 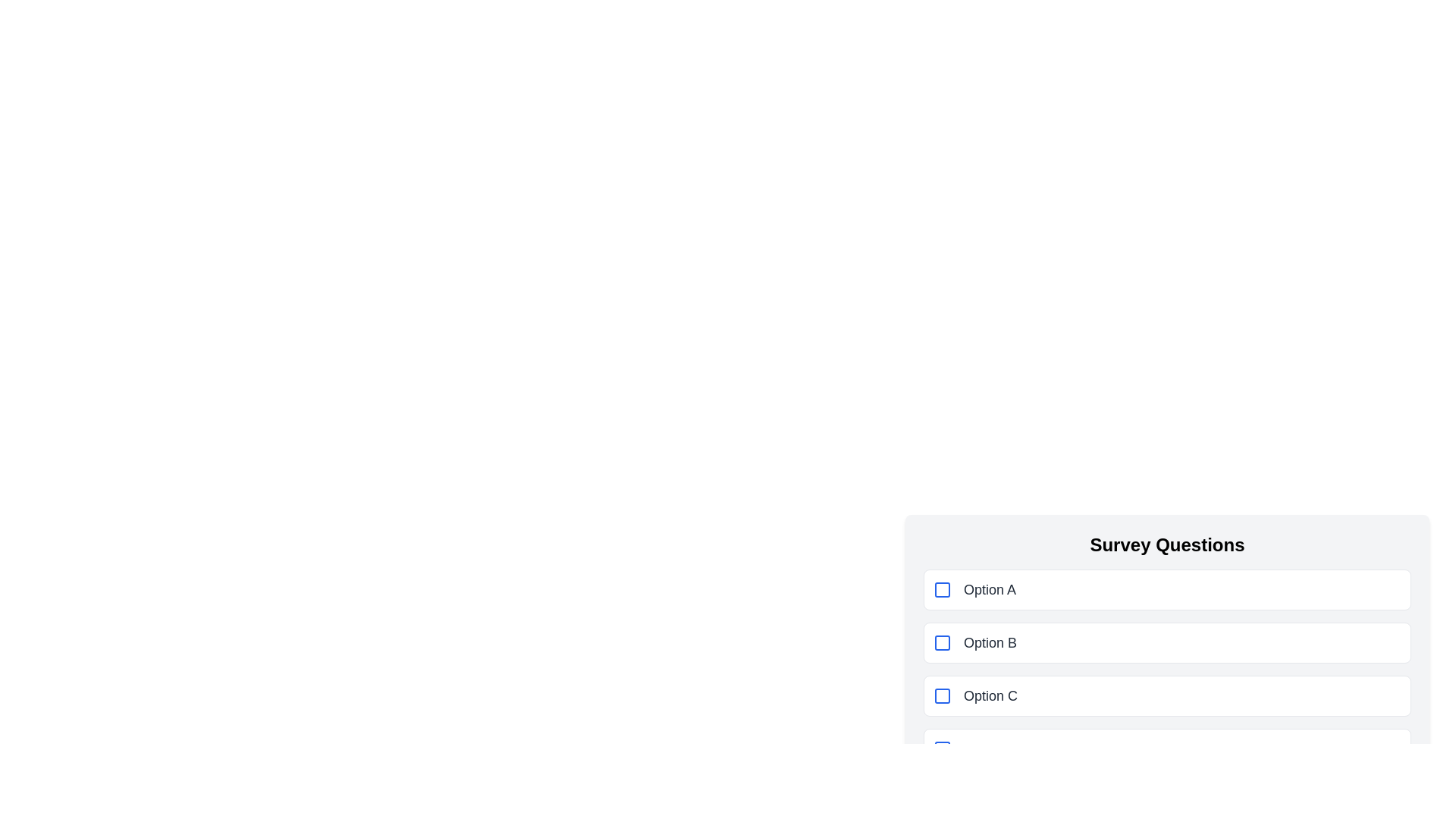 I want to click on the selection checkbox for 'Option B' to mark it, so click(x=942, y=643).